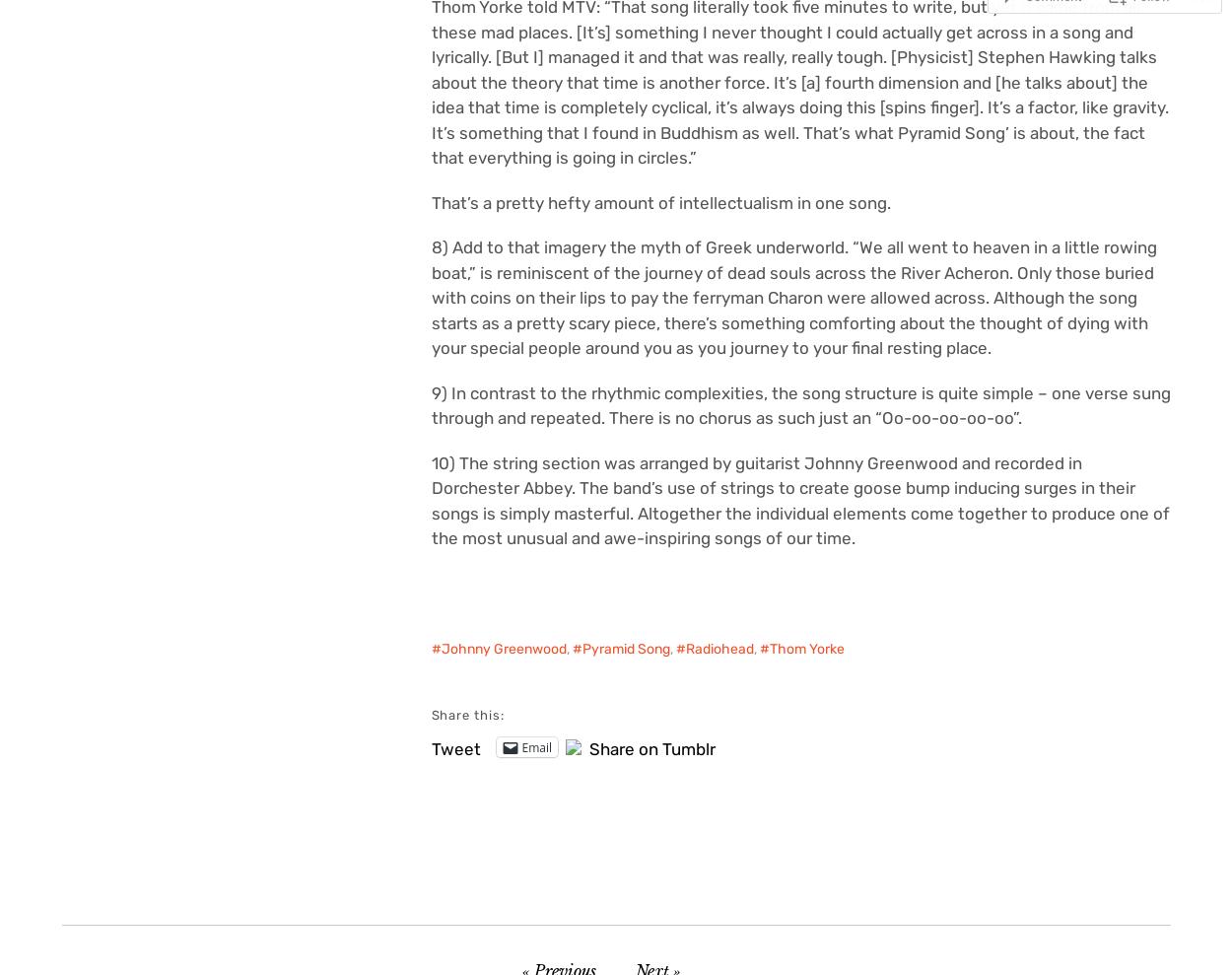  I want to click on 'That’s a pretty hefty amount of intellectualism in one song.', so click(660, 202).